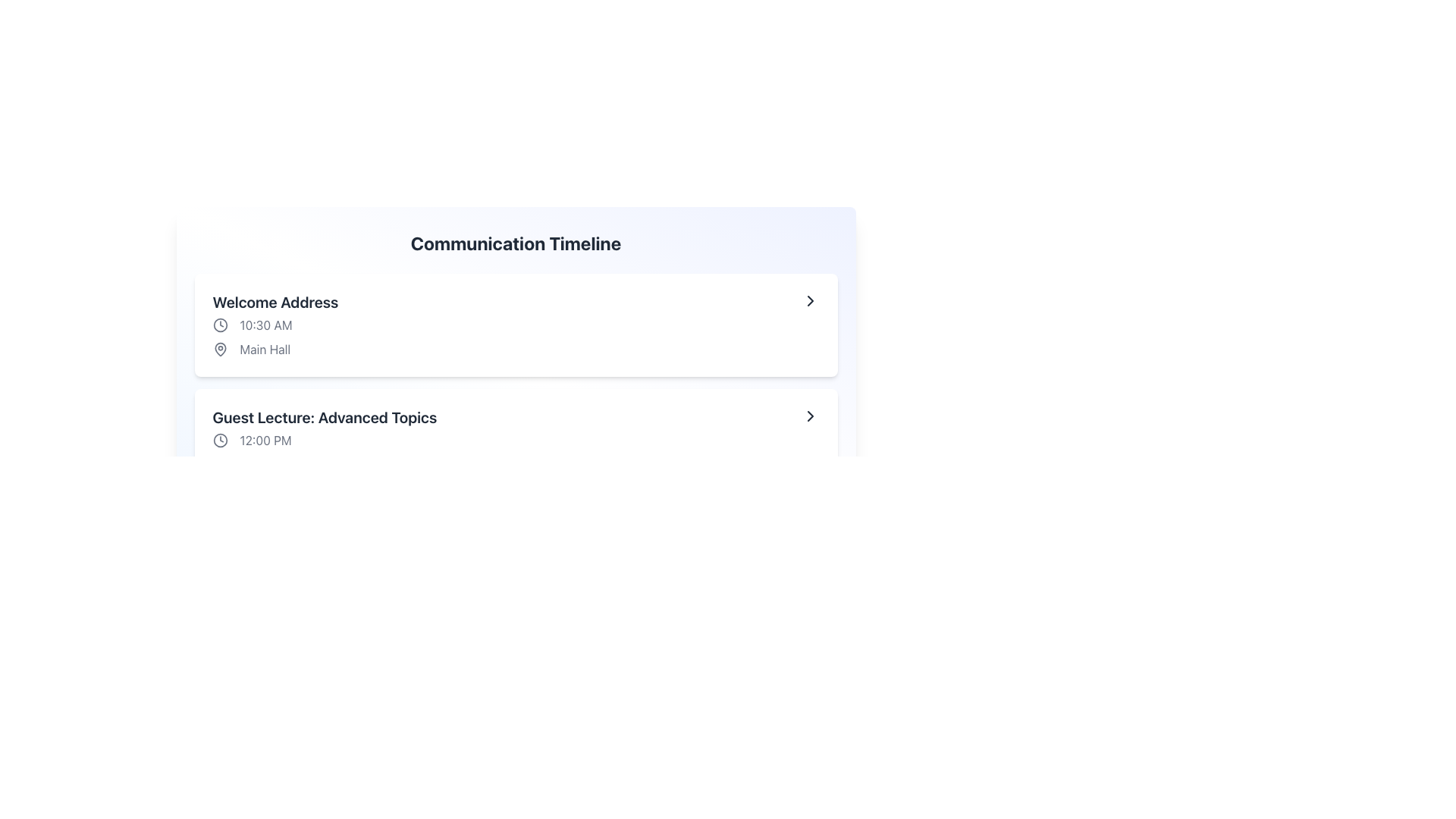 Image resolution: width=1456 pixels, height=819 pixels. Describe the element at coordinates (809, 416) in the screenshot. I see `the right-pointing chevron icon in the 'Communication Timeline' section for 'Guest Lecture: Advanced Topics'` at that location.